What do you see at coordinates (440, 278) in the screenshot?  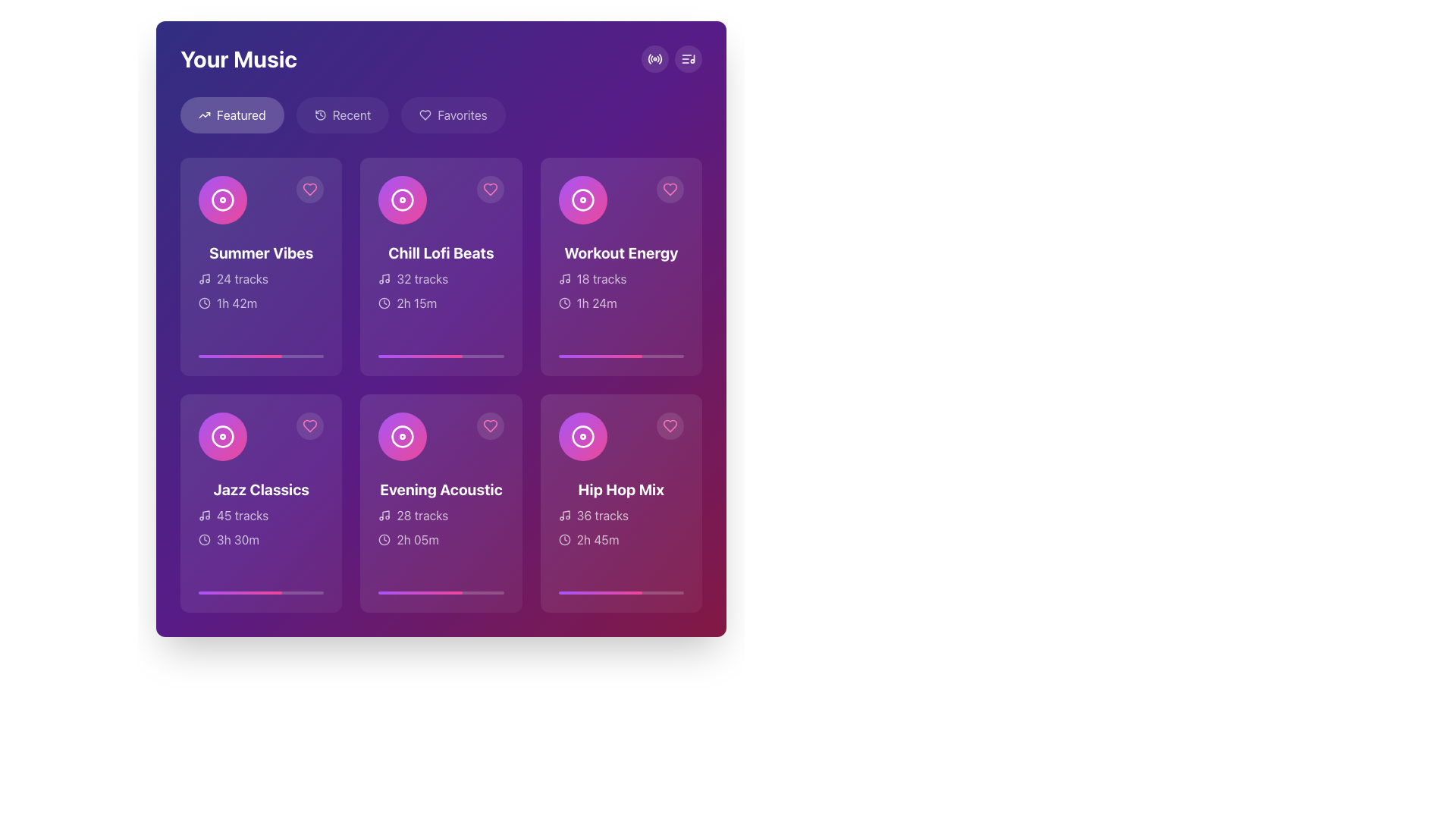 I see `the static text label that informs the user about the number of tracks available in the 'Chill Lofi Beats' playlist, located under the title in the middle column of a 3x2 grid of music cards` at bounding box center [440, 278].